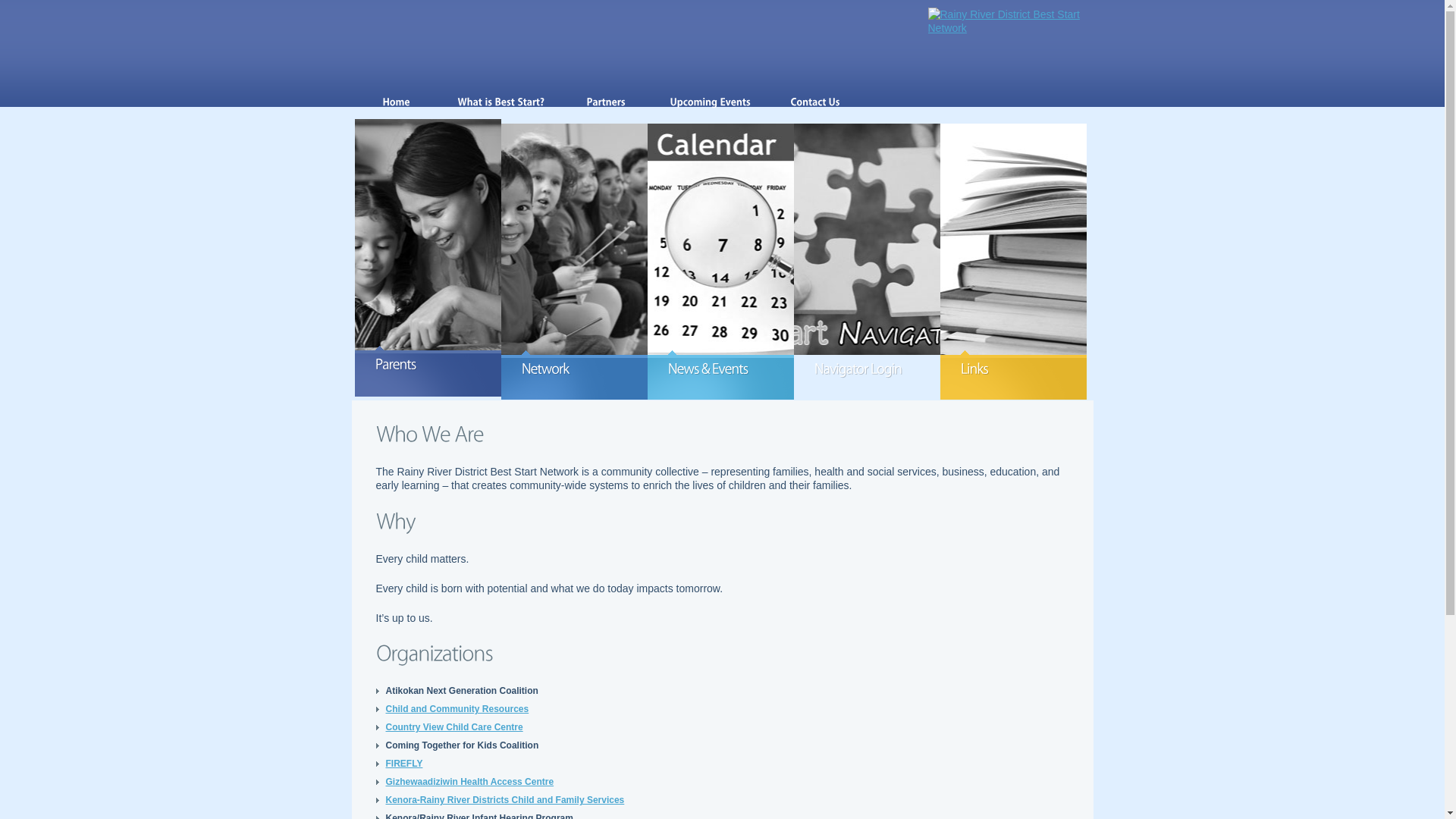 The image size is (1456, 819). I want to click on 'FIREFLY', so click(403, 763).